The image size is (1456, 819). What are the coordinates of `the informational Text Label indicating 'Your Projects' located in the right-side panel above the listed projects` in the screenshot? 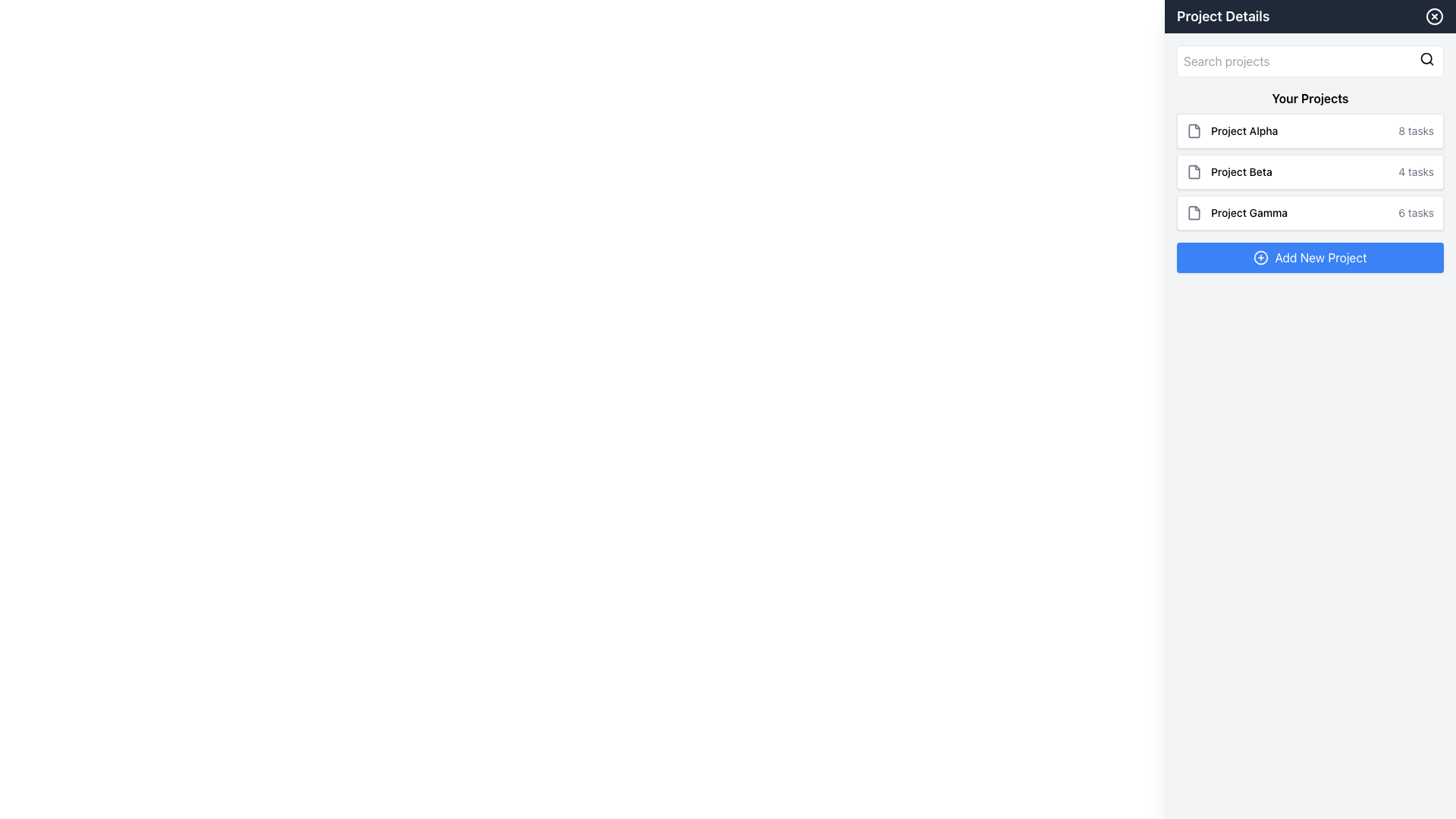 It's located at (1310, 99).